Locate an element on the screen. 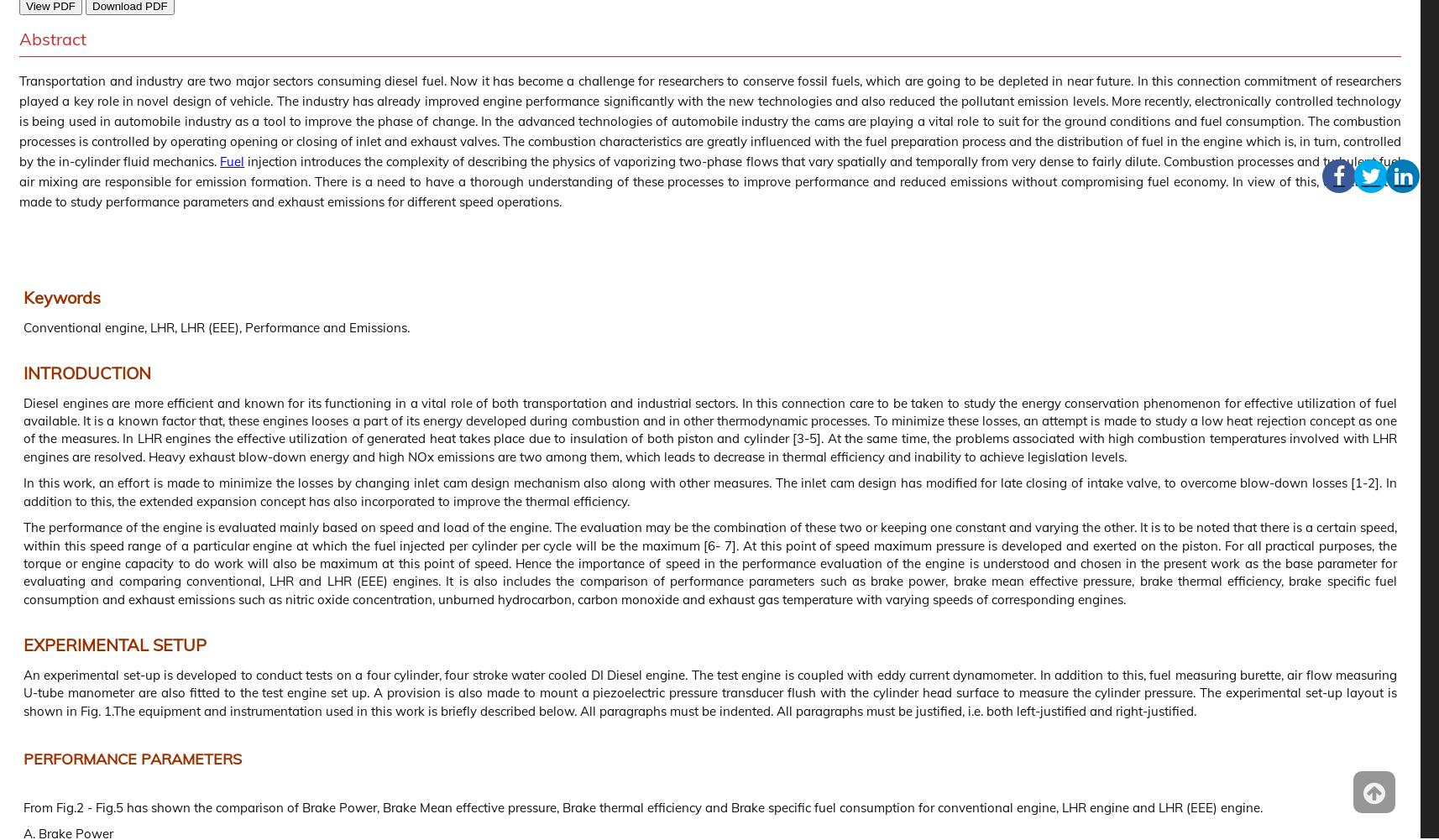 This screenshot has width=1439, height=840. 'PERFORMANCE PARAMETERS' is located at coordinates (22, 759).